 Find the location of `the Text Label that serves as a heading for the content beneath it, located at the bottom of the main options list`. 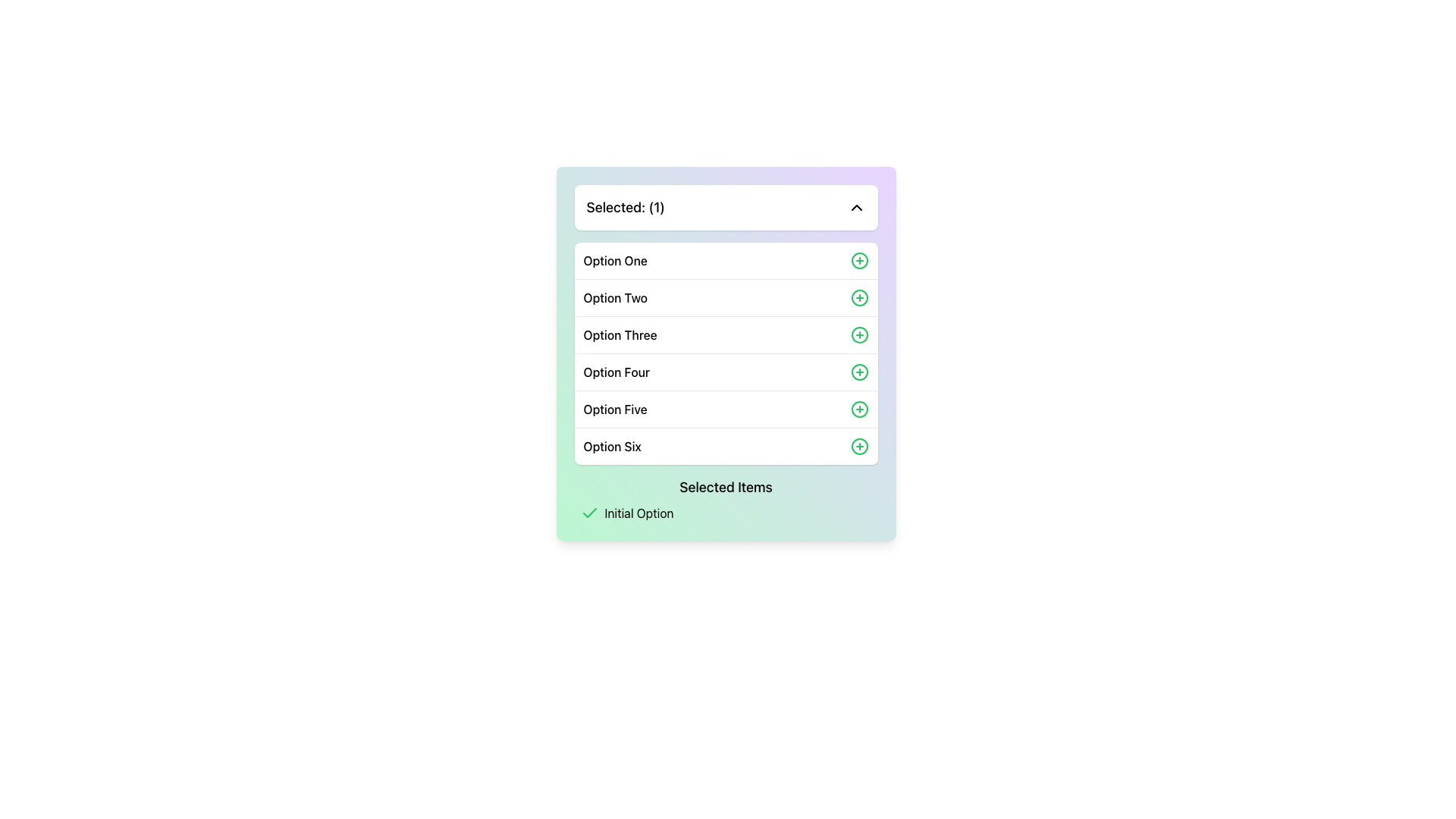

the Text Label that serves as a heading for the content beneath it, located at the bottom of the main options list is located at coordinates (725, 488).